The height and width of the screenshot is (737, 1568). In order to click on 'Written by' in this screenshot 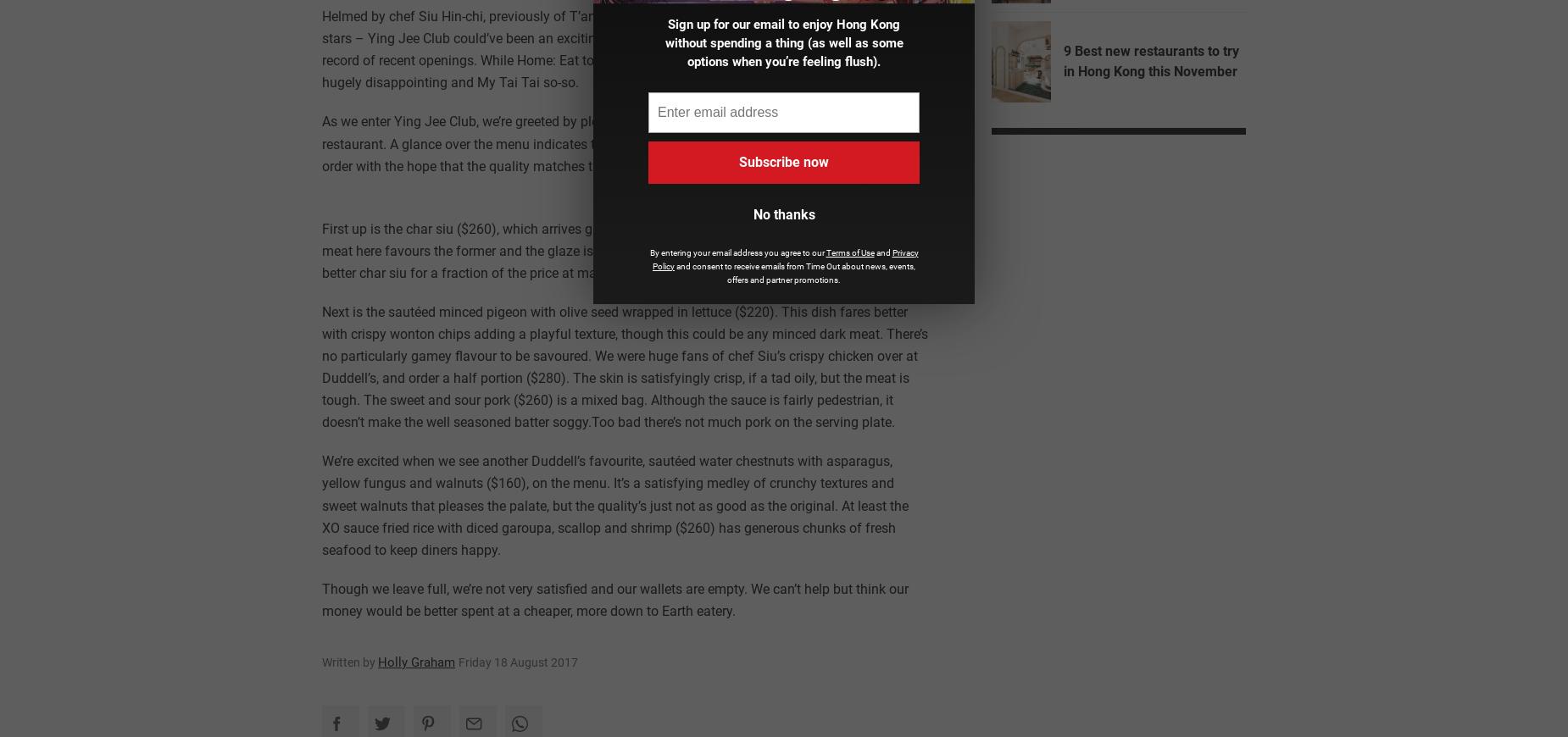, I will do `click(320, 661)`.